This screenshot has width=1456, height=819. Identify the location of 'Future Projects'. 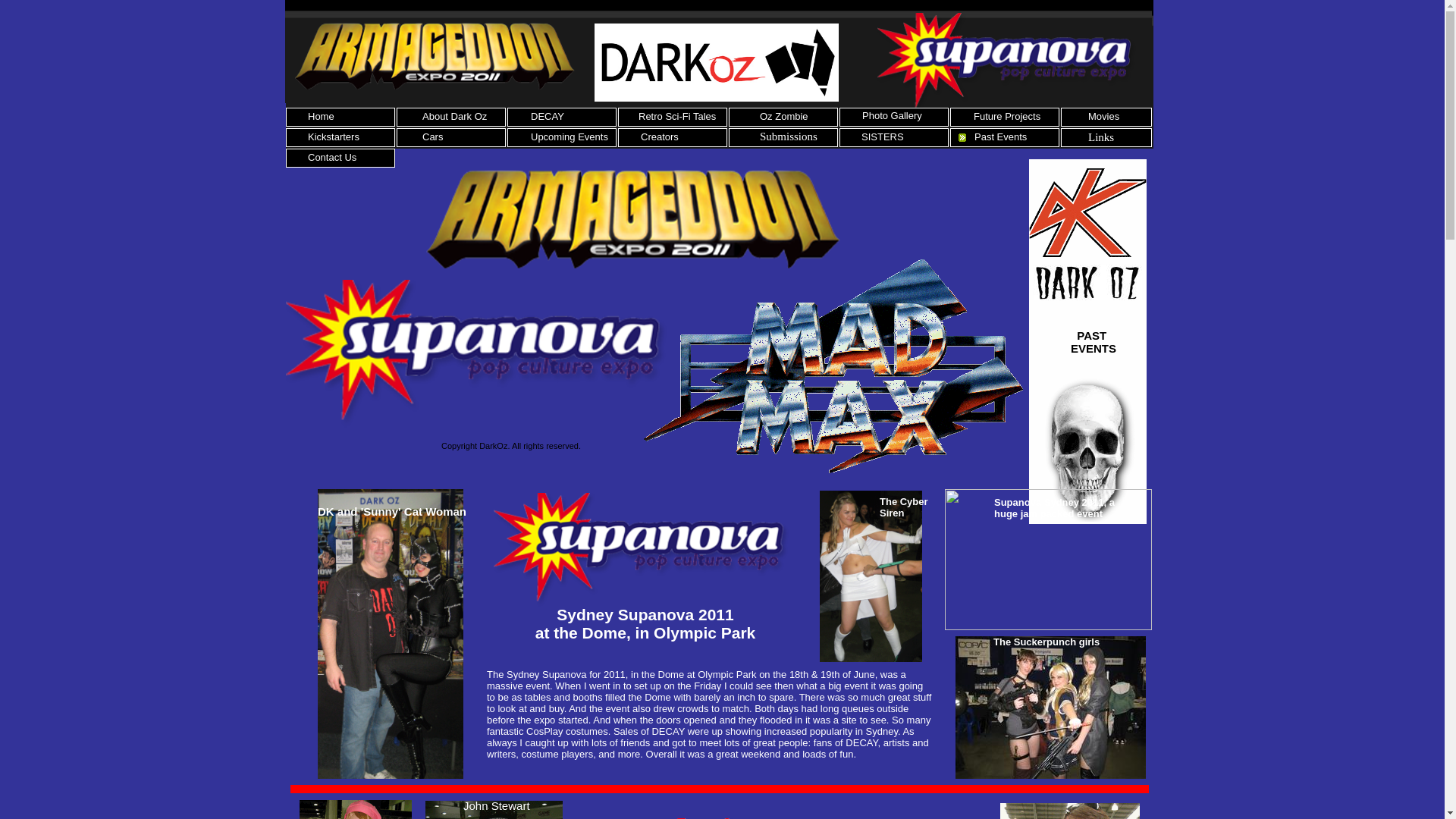
(1007, 115).